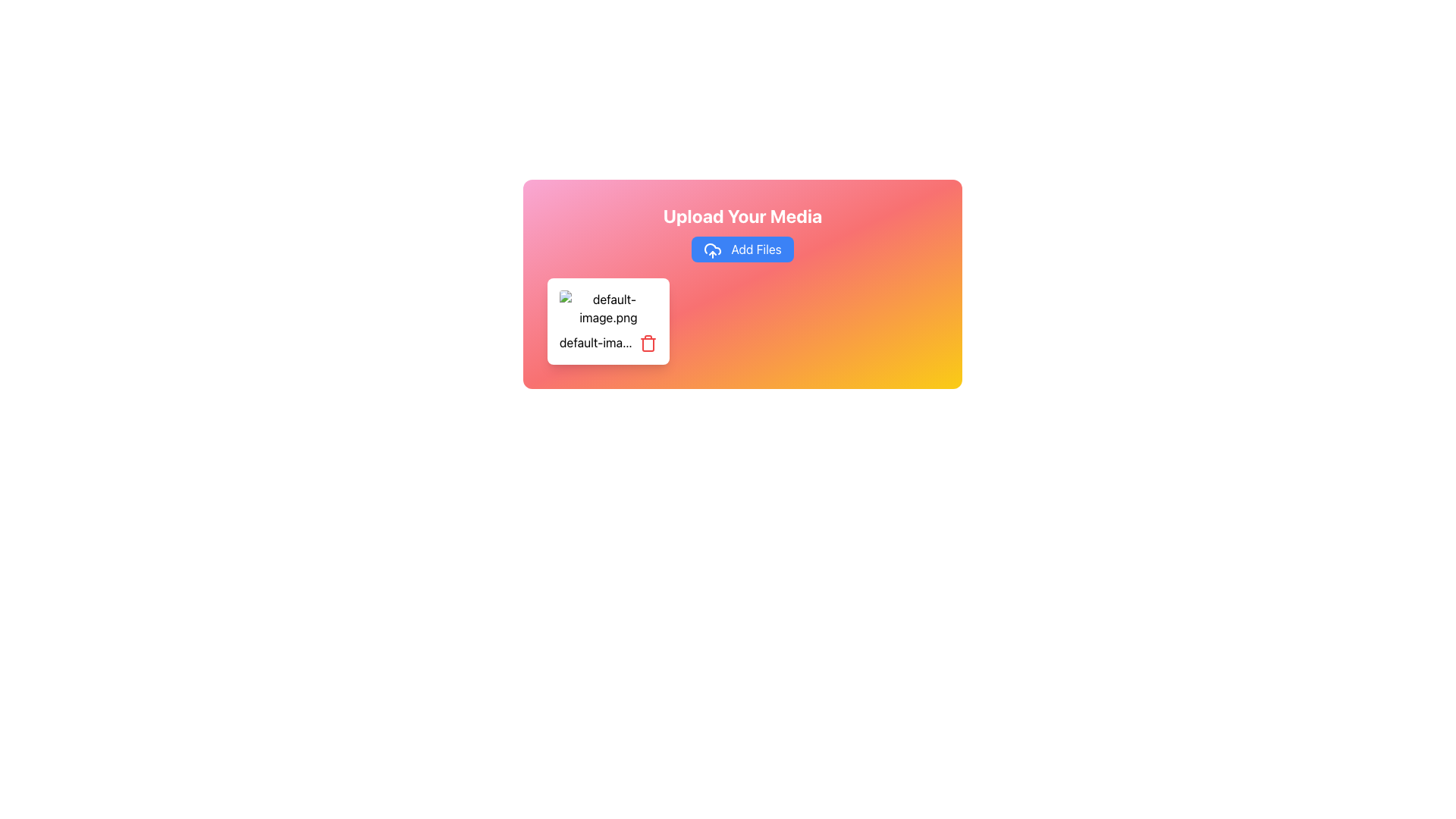 The width and height of the screenshot is (1456, 819). Describe the element at coordinates (712, 249) in the screenshot. I see `the 'Add Files' button which contains the upload icon on its left side, located at the center of the gradient background` at that location.